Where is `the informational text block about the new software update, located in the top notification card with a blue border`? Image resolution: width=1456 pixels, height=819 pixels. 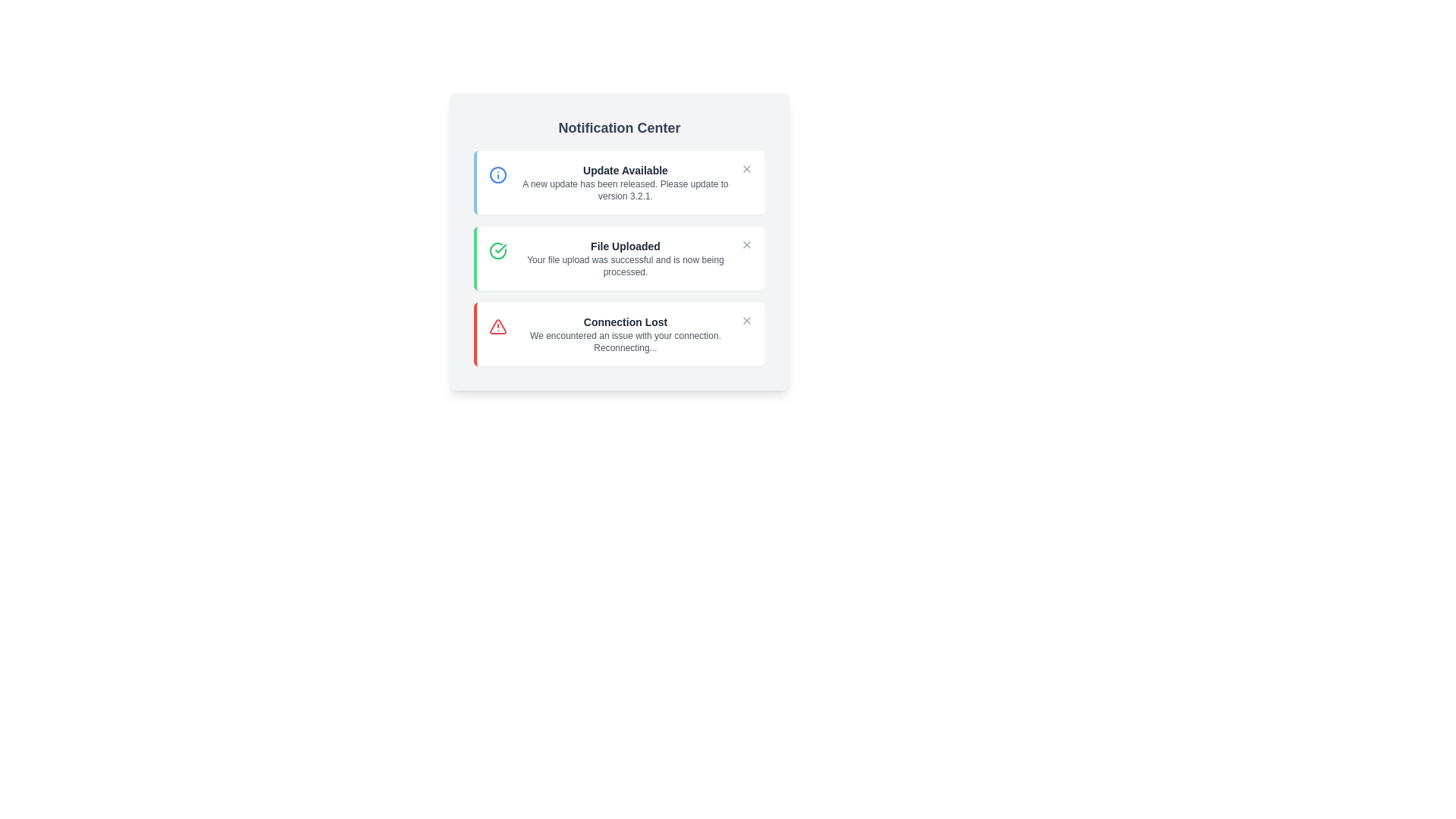 the informational text block about the new software update, located in the top notification card with a blue border is located at coordinates (626, 181).